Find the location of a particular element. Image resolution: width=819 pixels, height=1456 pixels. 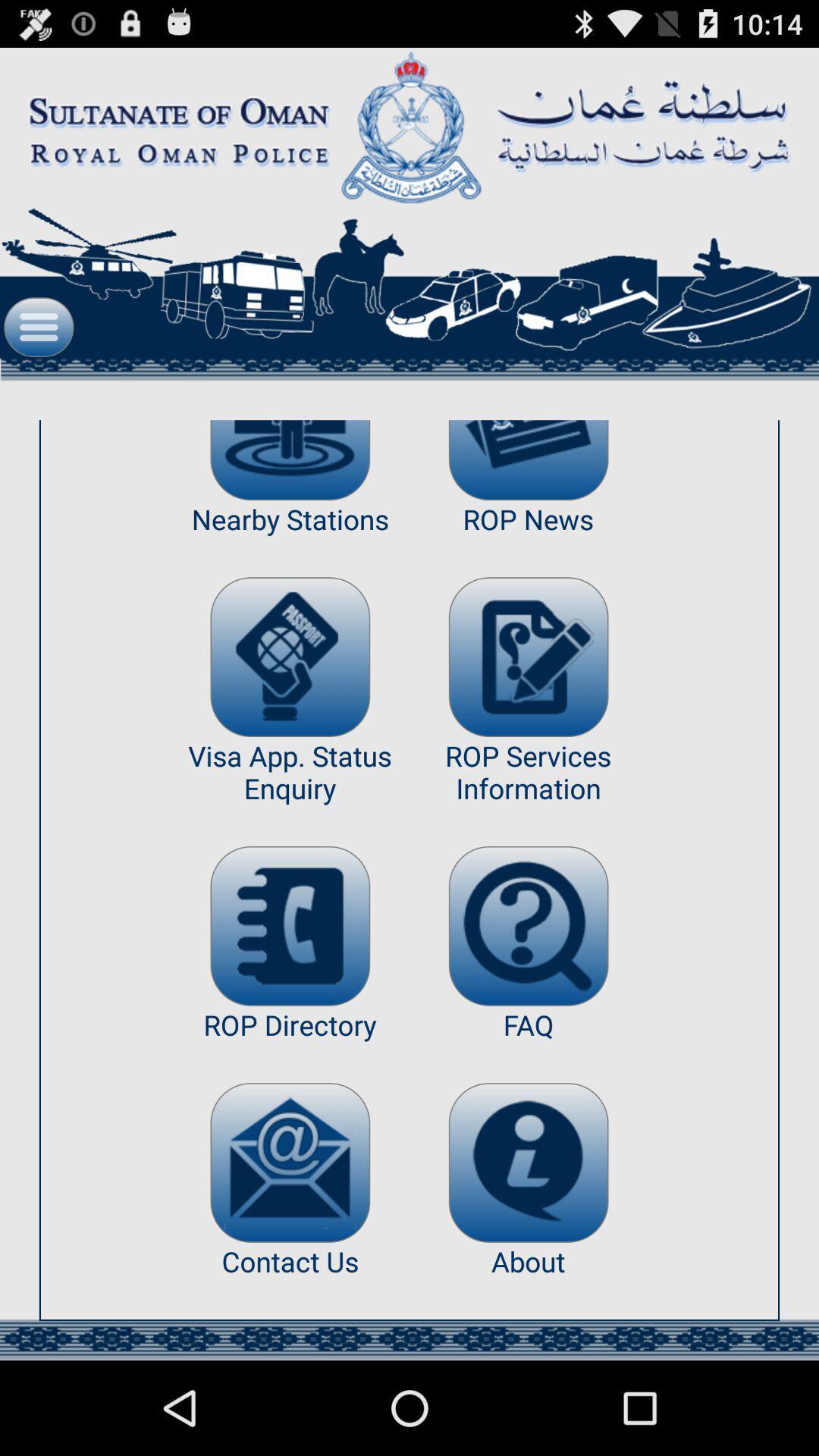

locate nearby police stations is located at coordinates (290, 460).